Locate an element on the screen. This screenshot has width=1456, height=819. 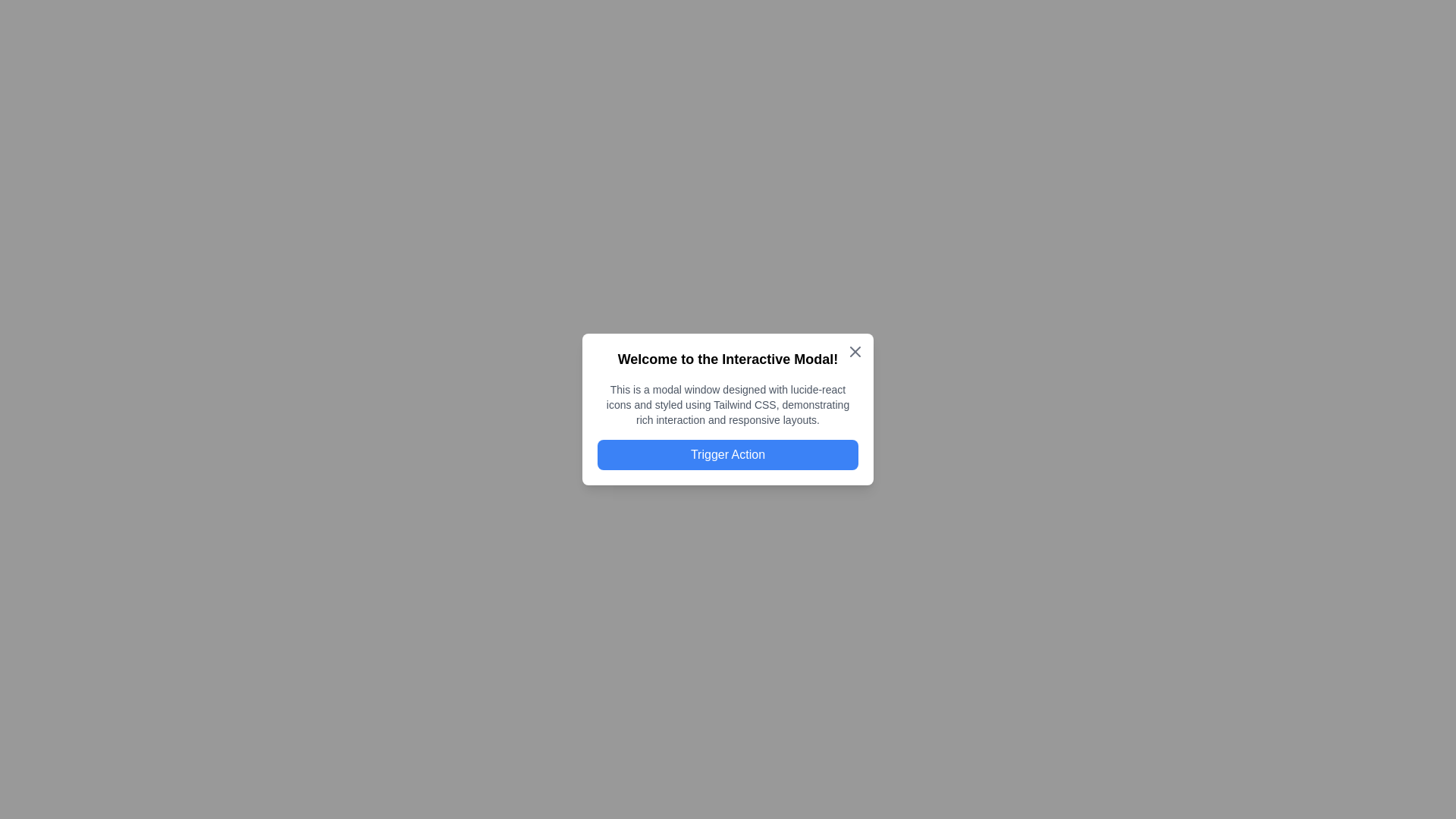
the Close button ('X' icon) is located at coordinates (855, 351).